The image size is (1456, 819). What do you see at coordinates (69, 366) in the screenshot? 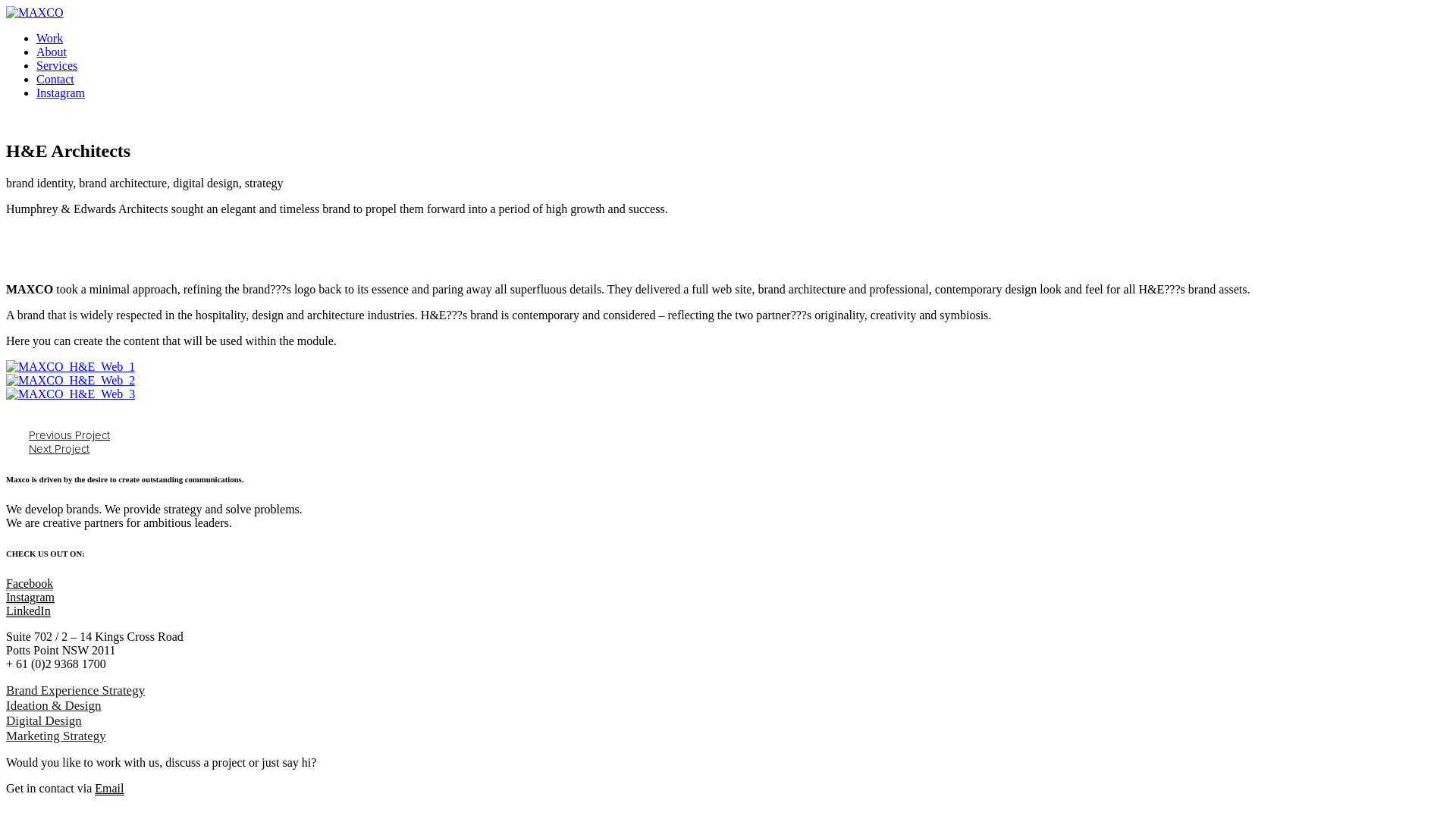
I see `'MAXCO_H&E_Web_1'` at bounding box center [69, 366].